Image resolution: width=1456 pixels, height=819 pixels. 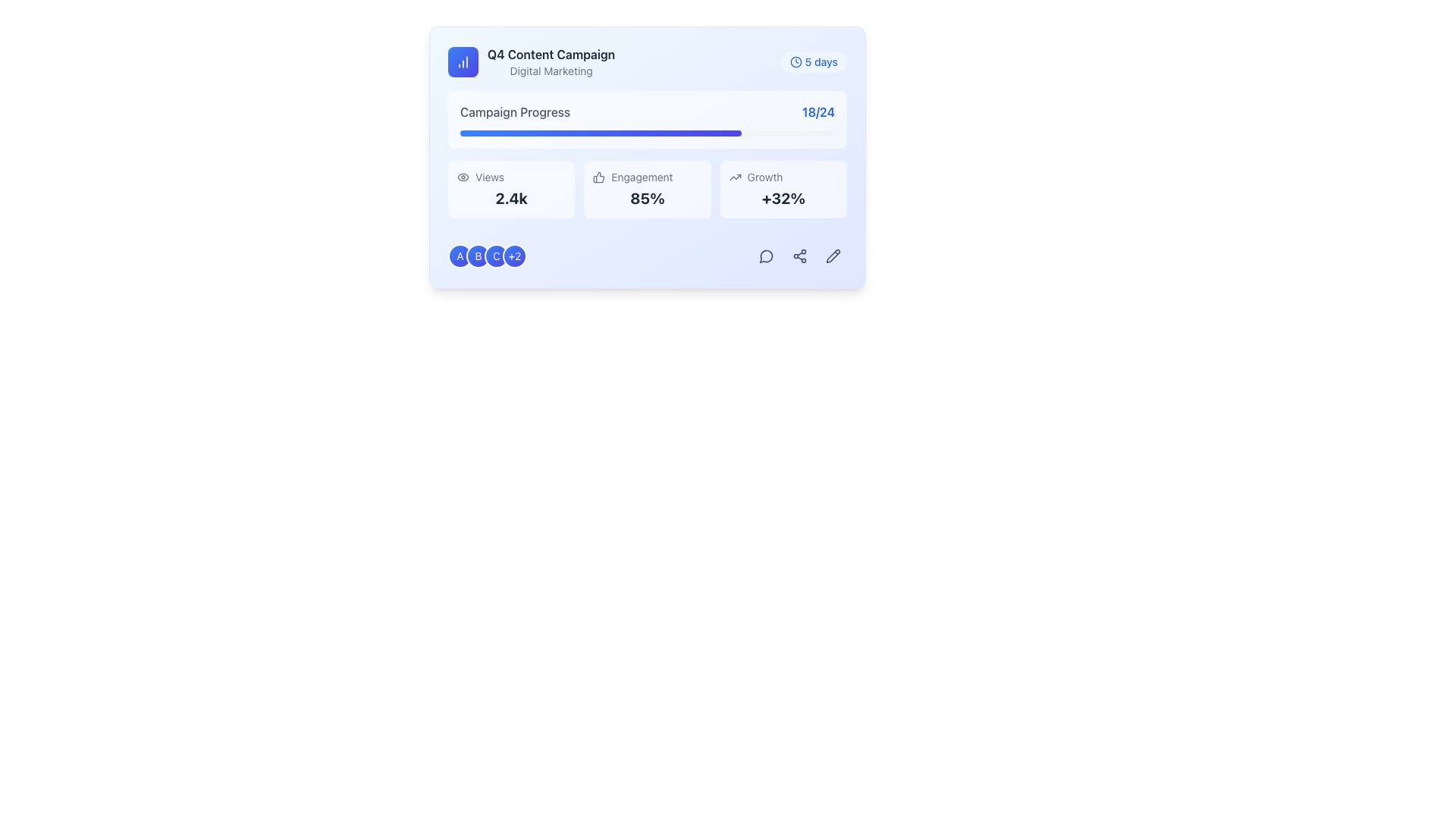 I want to click on the pencil icon button located in the lower-right corner of the card interface, so click(x=833, y=256).